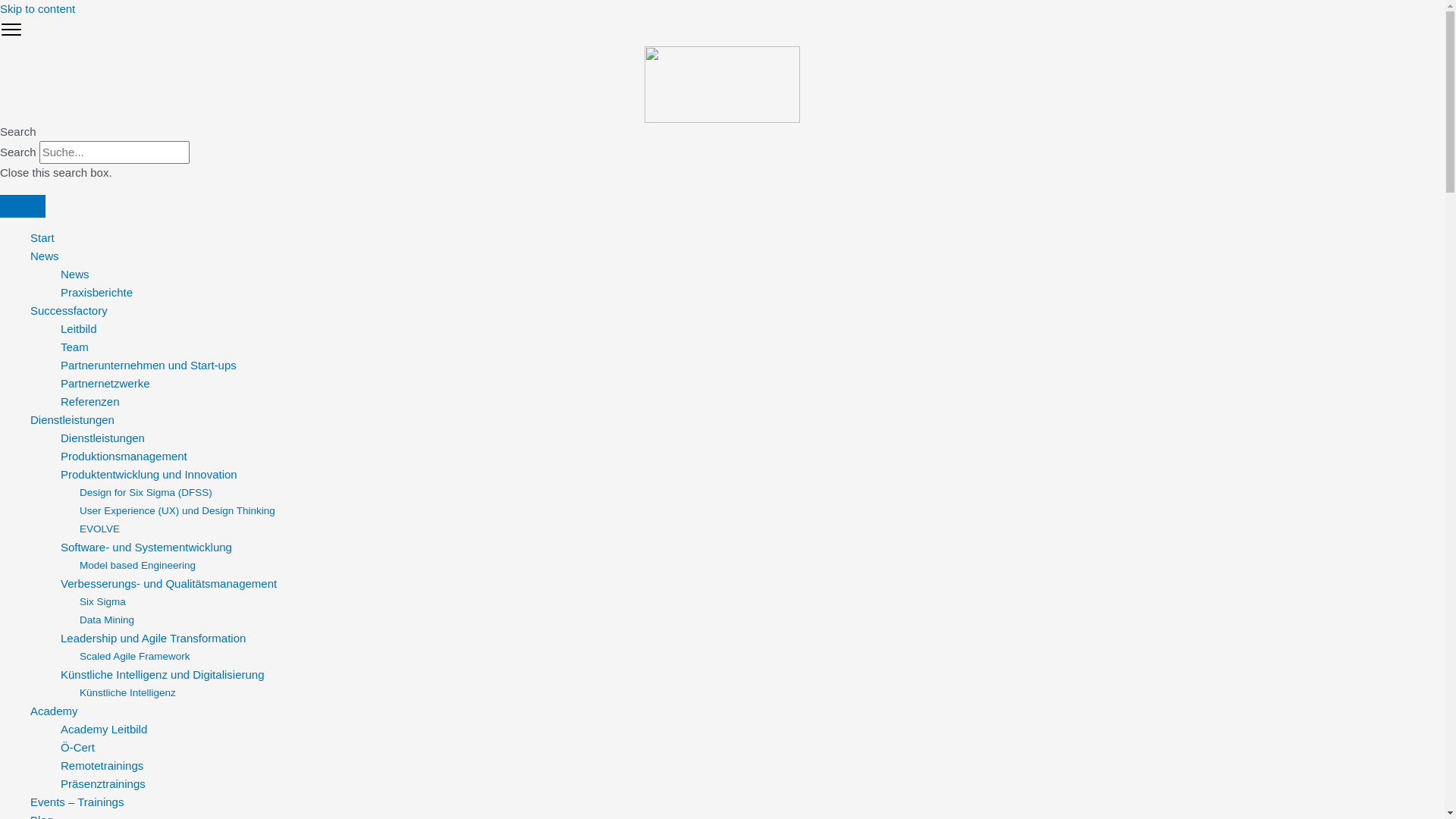 Image resolution: width=1456 pixels, height=819 pixels. Describe the element at coordinates (61, 455) in the screenshot. I see `'Produktionsmanagement'` at that location.